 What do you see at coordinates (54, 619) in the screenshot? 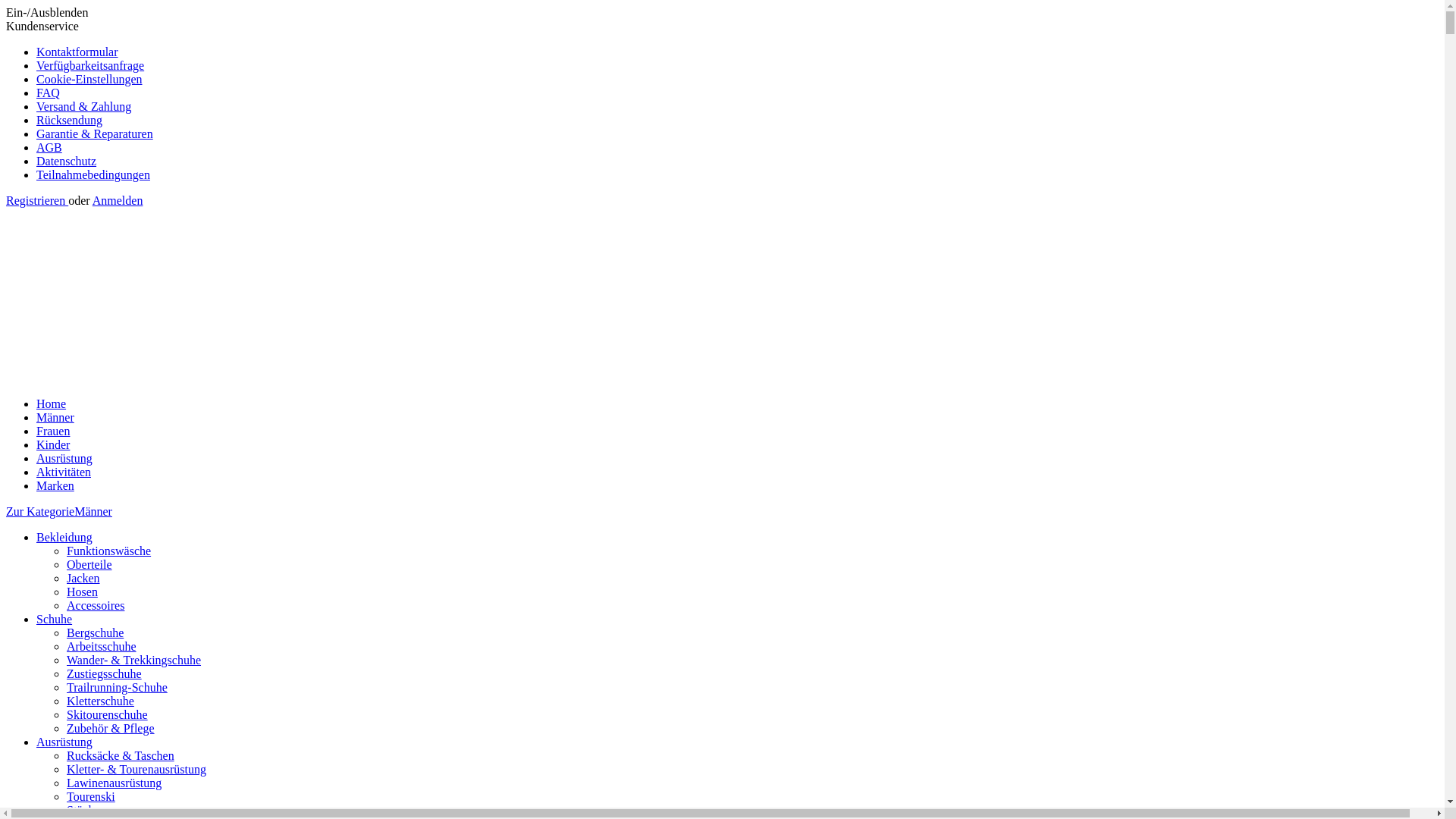
I see `'Schuhe'` at bounding box center [54, 619].